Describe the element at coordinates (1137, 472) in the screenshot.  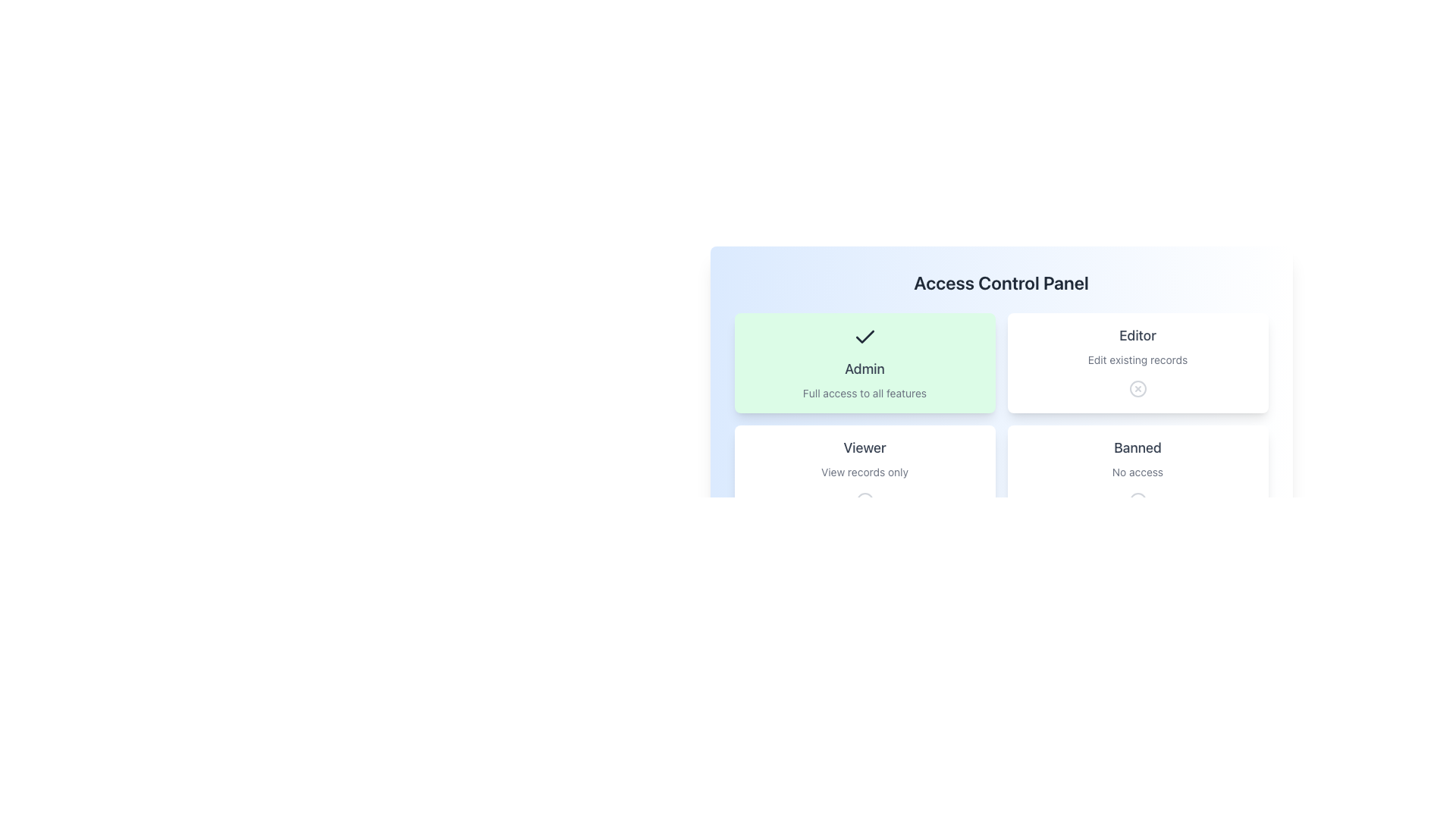
I see `the 'Banned' card element in the lower-right corner of the access control panel interface, which has a bold title and a 'no access' icon` at that location.